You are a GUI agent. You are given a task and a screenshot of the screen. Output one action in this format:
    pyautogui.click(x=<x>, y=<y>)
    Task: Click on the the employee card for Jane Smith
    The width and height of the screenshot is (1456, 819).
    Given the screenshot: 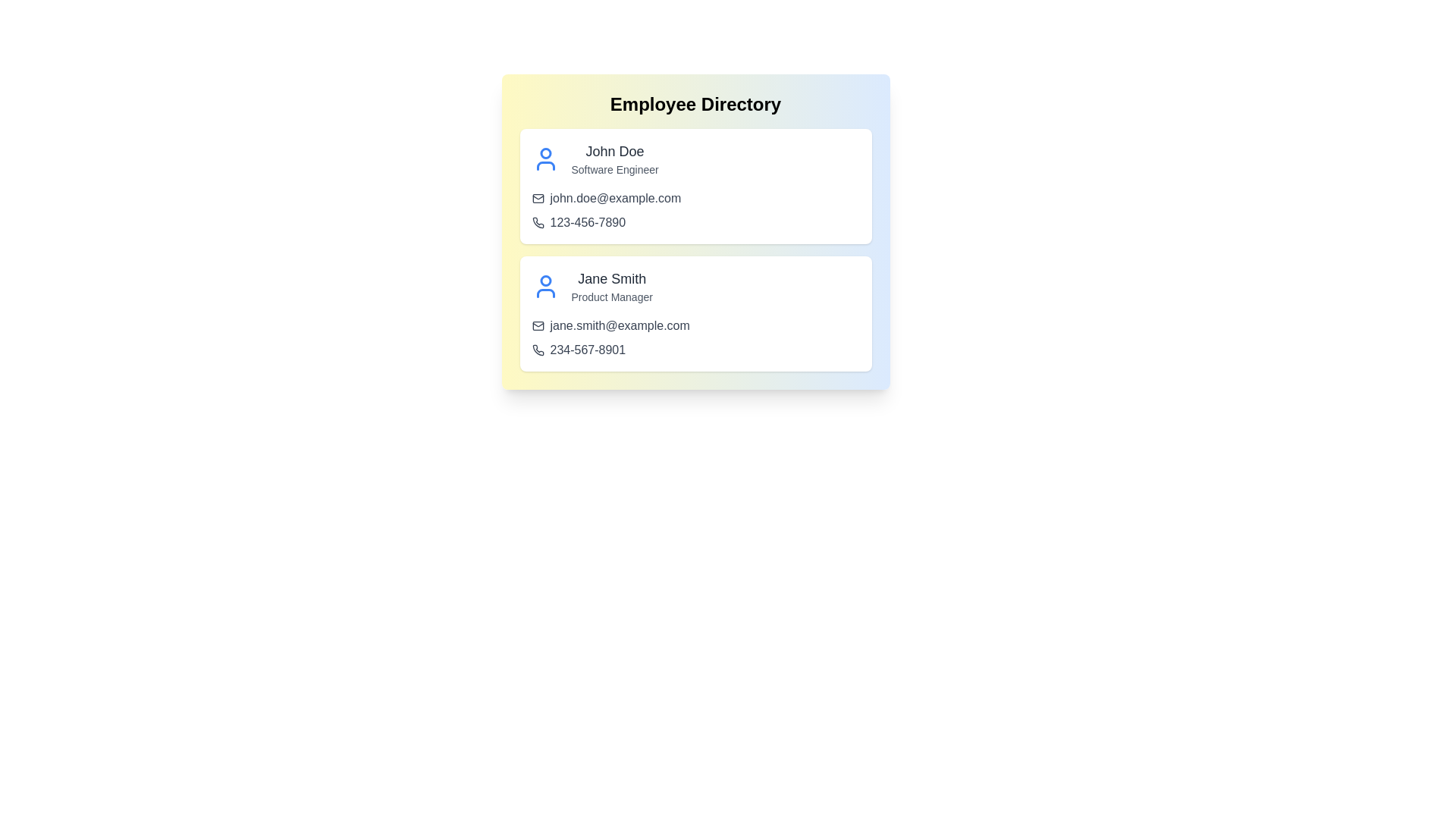 What is the action you would take?
    pyautogui.click(x=695, y=312)
    